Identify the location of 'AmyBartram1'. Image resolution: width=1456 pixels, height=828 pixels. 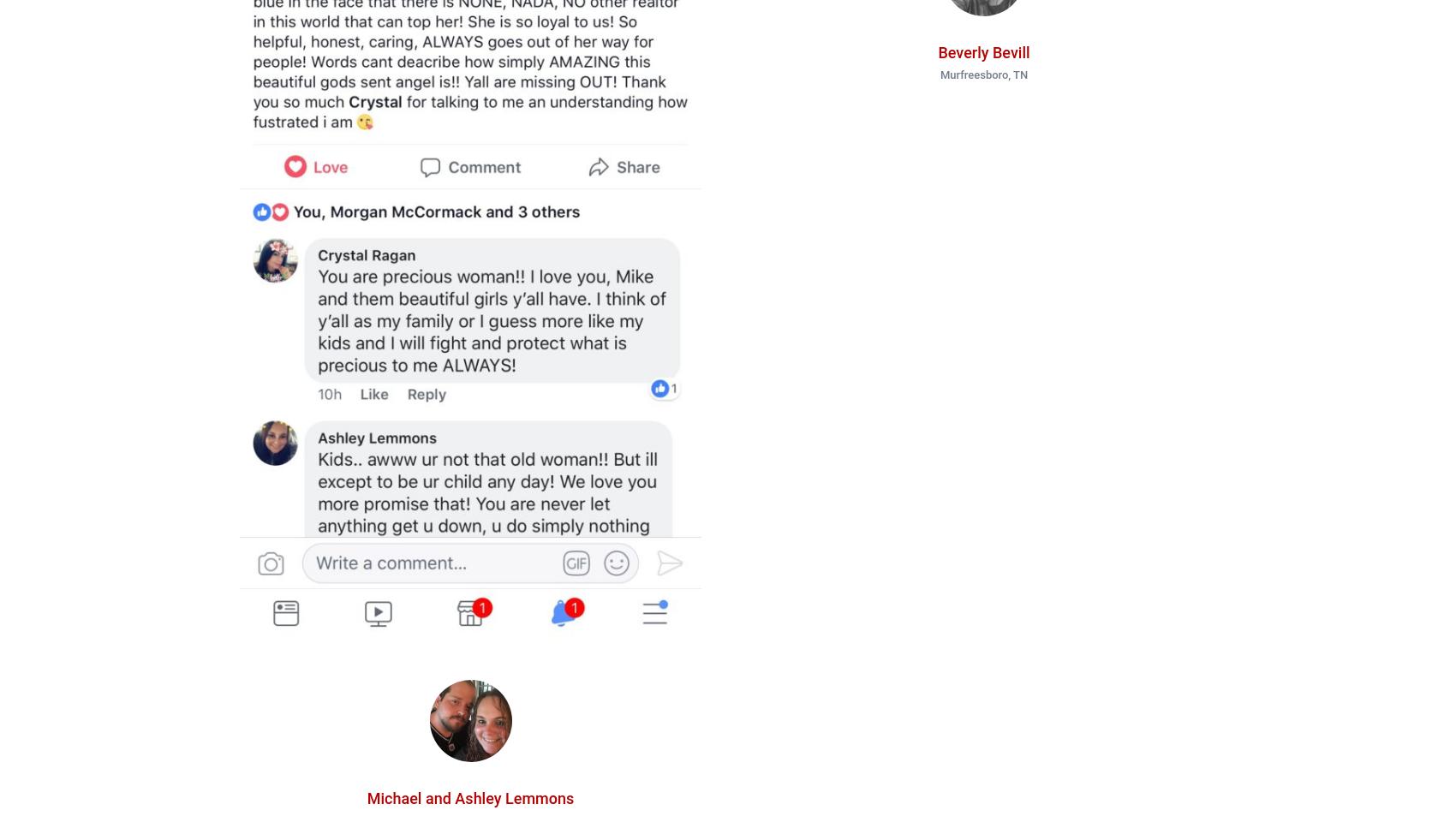
(928, 402).